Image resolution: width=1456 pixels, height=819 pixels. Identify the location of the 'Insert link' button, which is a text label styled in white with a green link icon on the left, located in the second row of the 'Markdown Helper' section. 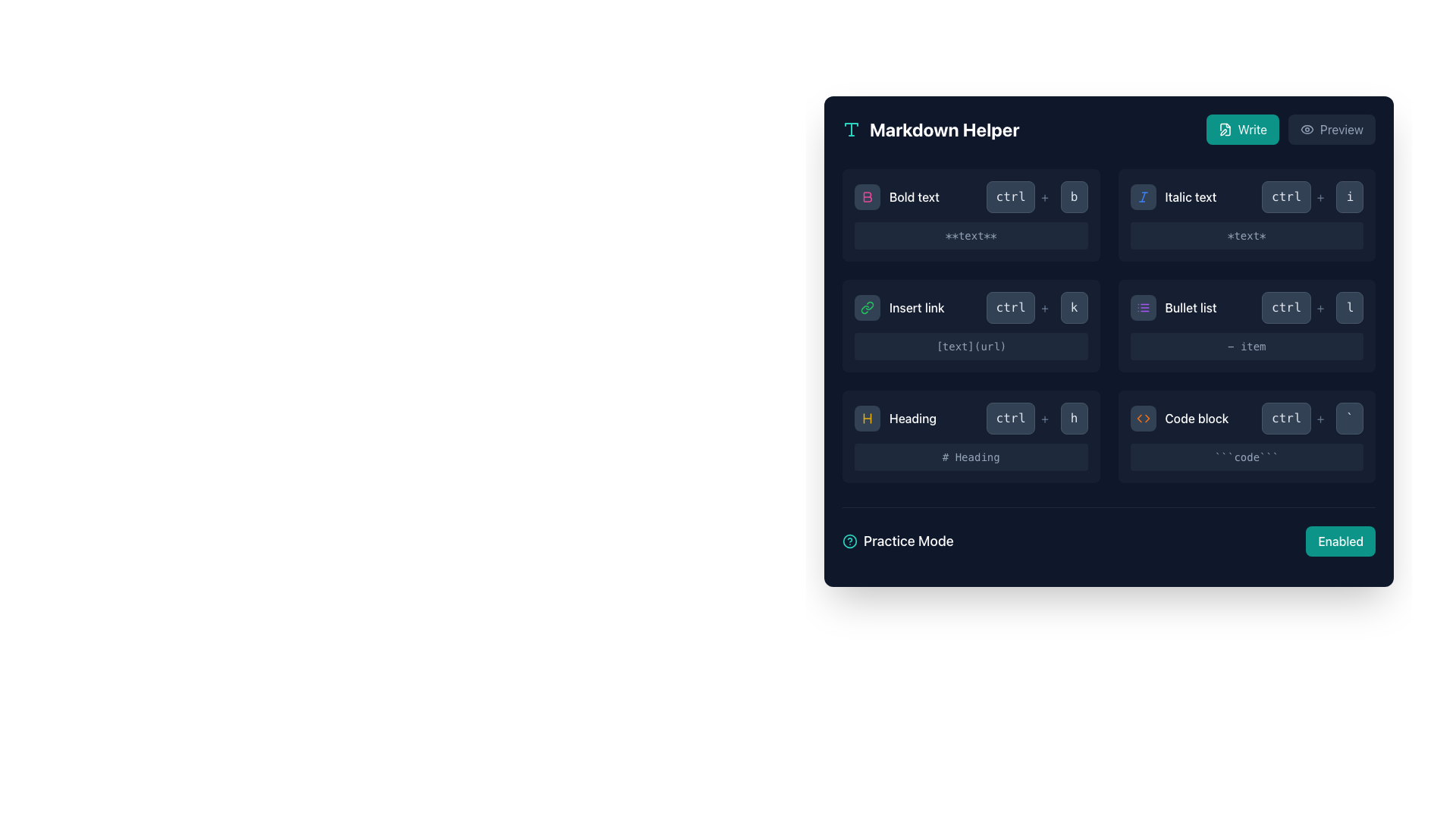
(899, 307).